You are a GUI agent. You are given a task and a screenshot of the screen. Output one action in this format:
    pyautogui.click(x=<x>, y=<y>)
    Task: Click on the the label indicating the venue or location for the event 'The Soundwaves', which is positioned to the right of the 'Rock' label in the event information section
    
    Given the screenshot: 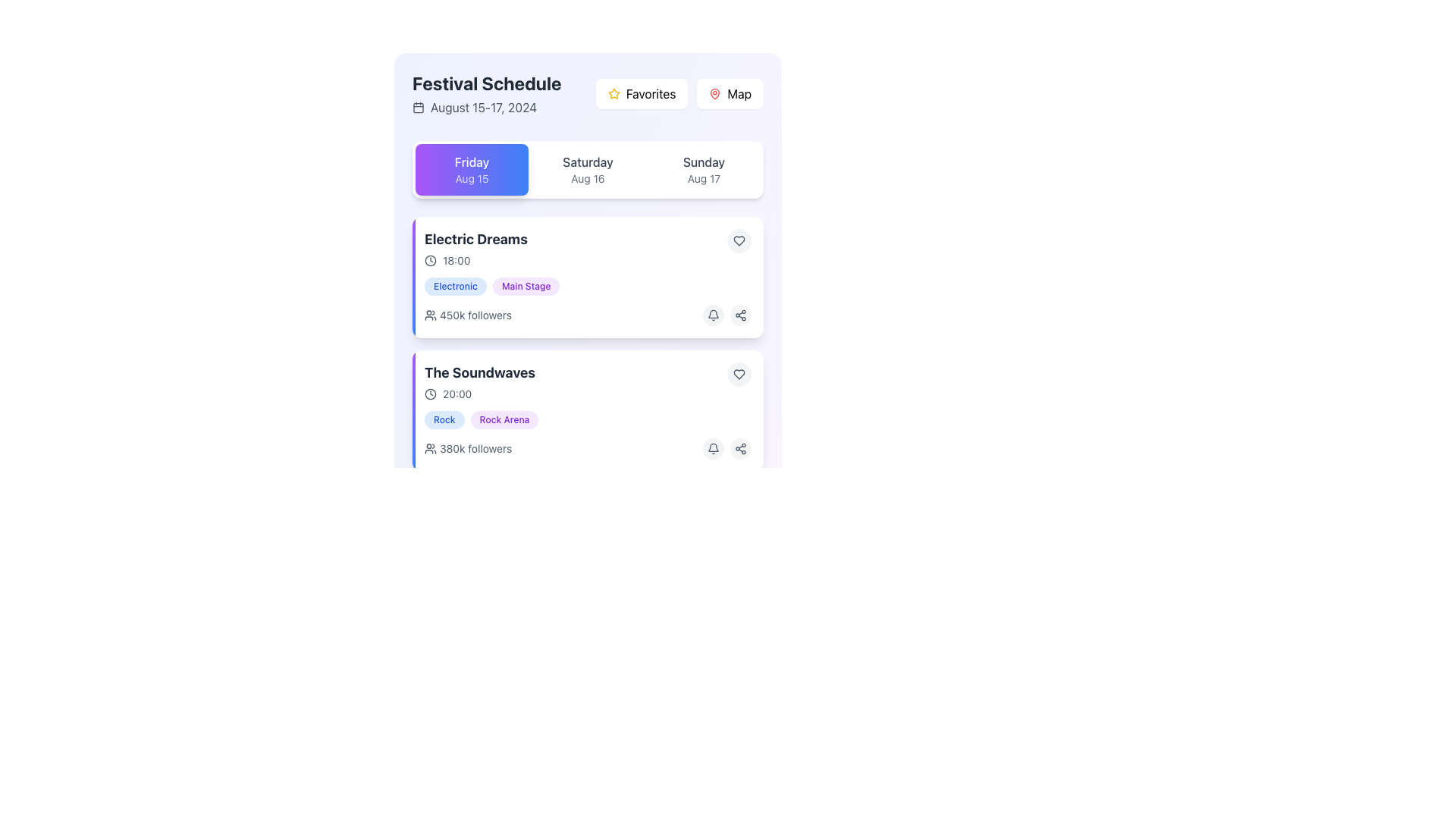 What is the action you would take?
    pyautogui.click(x=504, y=420)
    